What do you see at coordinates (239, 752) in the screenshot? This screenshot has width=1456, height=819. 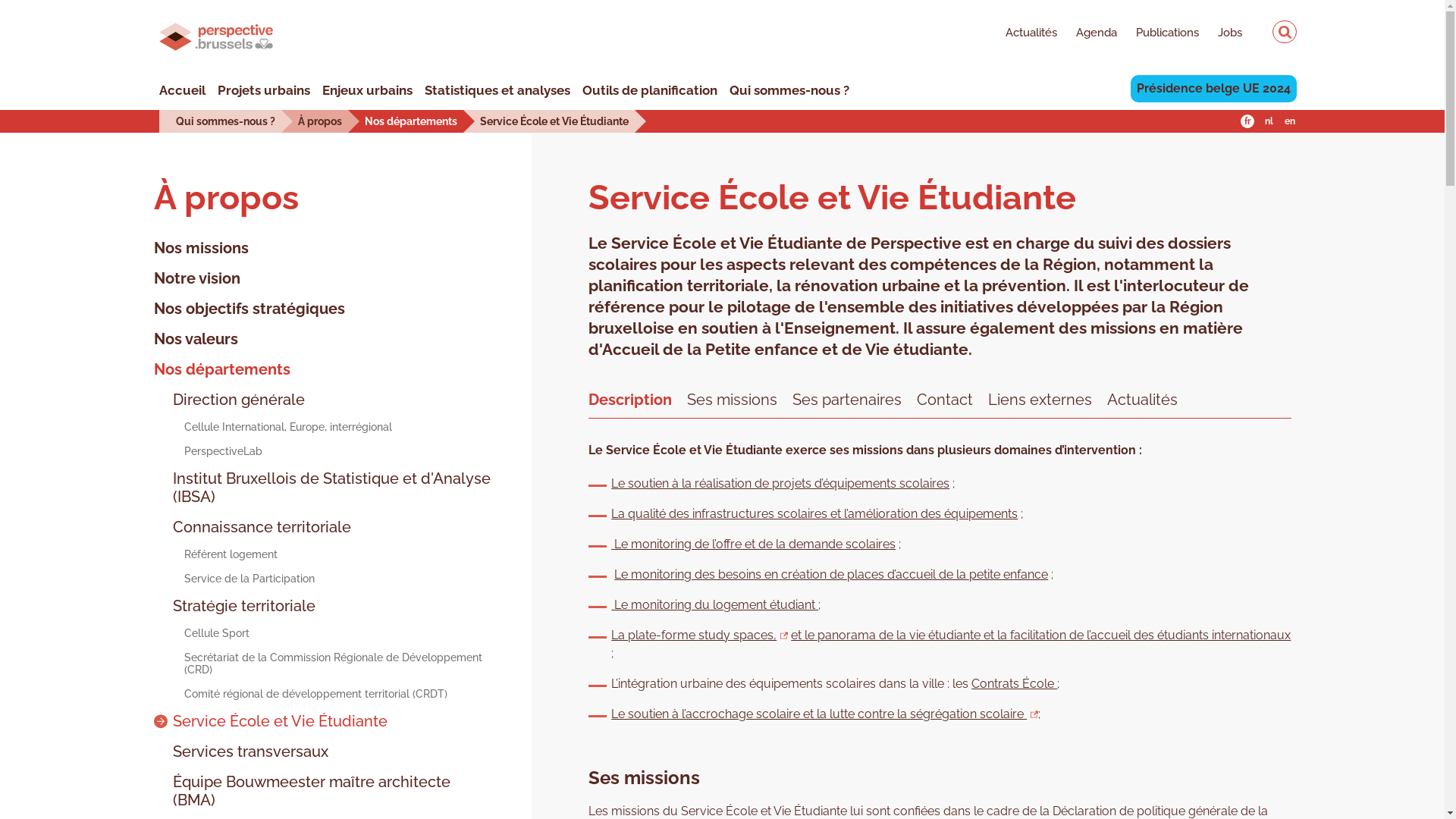 I see `'Services transversaux'` at bounding box center [239, 752].